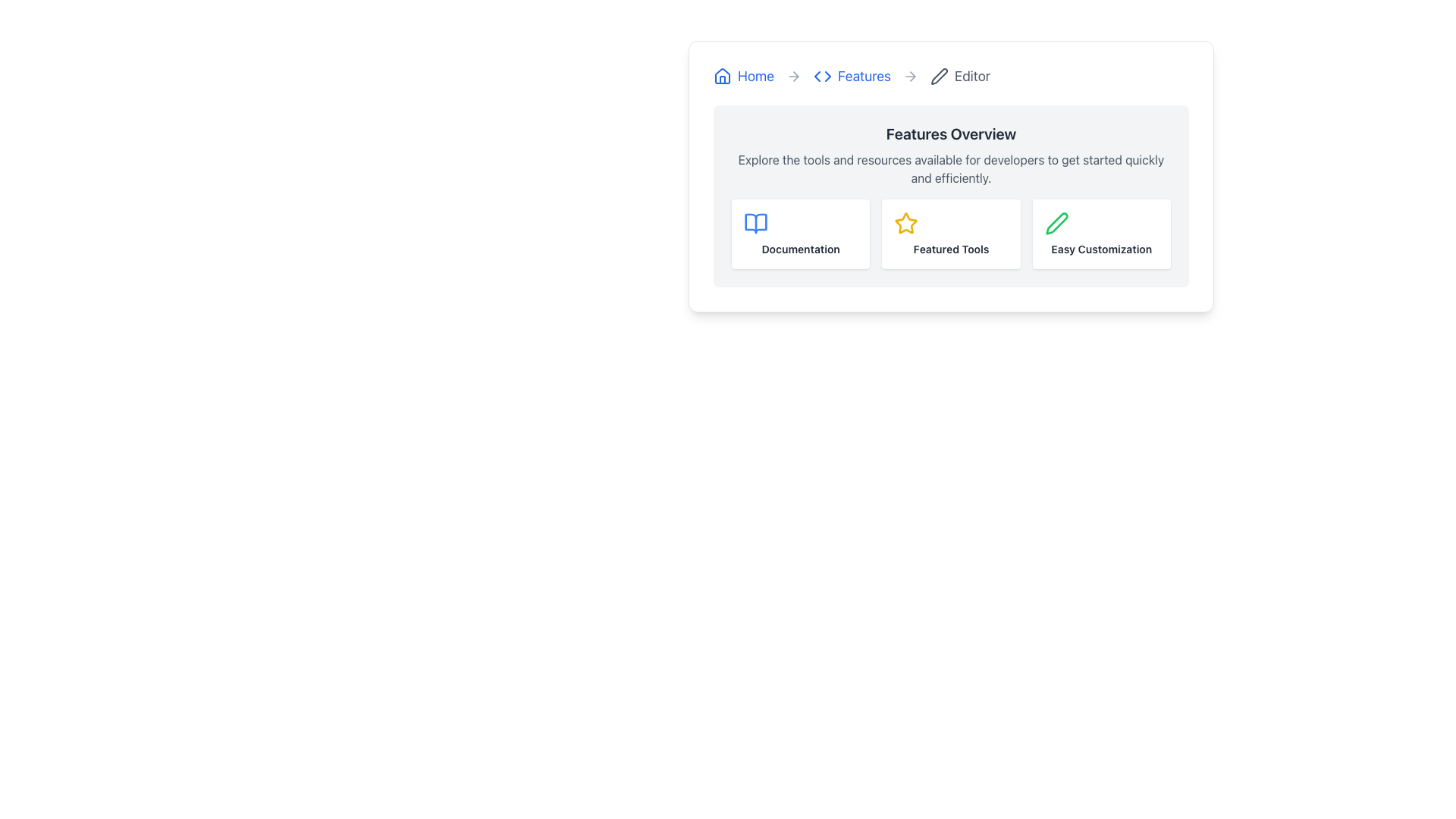  I want to click on the right-pointing arrow icon in the breadcrumb navigation, positioned between 'Features' and 'Editor', so click(795, 76).